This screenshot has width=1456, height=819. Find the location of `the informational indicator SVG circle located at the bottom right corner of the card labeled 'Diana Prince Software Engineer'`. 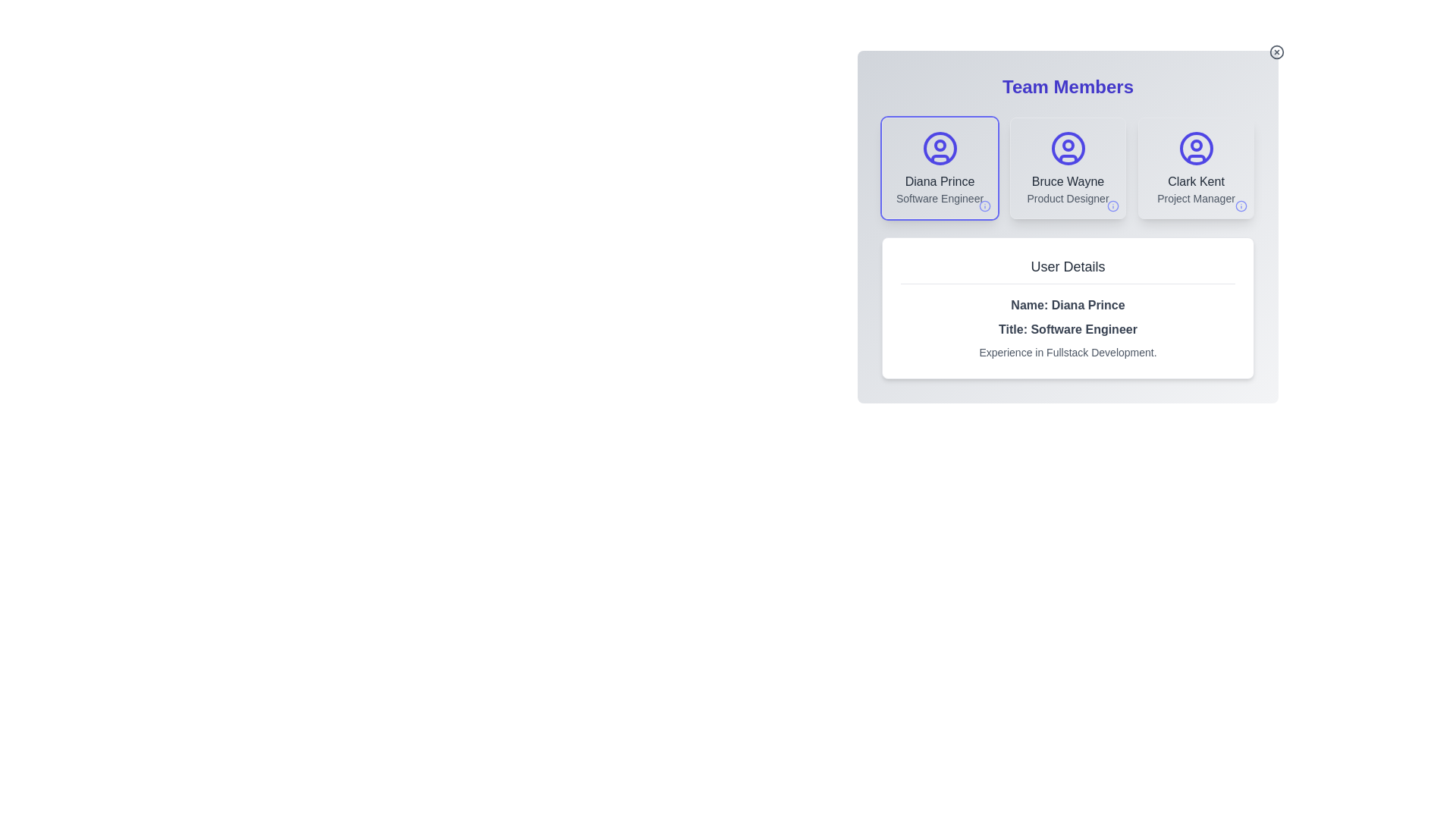

the informational indicator SVG circle located at the bottom right corner of the card labeled 'Diana Prince Software Engineer' is located at coordinates (985, 206).